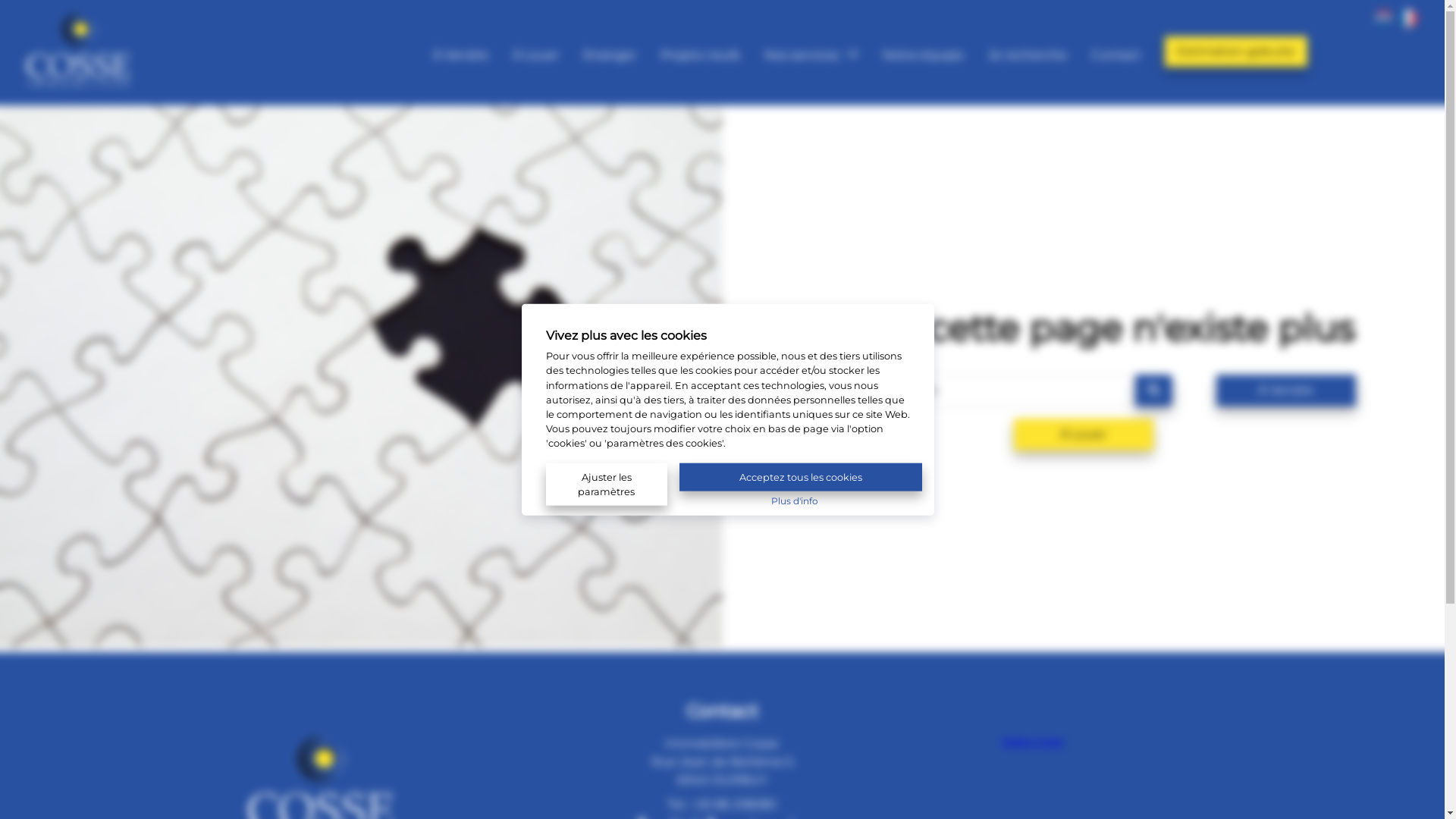  What do you see at coordinates (1236, 51) in the screenshot?
I see `'Estimation gratuite'` at bounding box center [1236, 51].